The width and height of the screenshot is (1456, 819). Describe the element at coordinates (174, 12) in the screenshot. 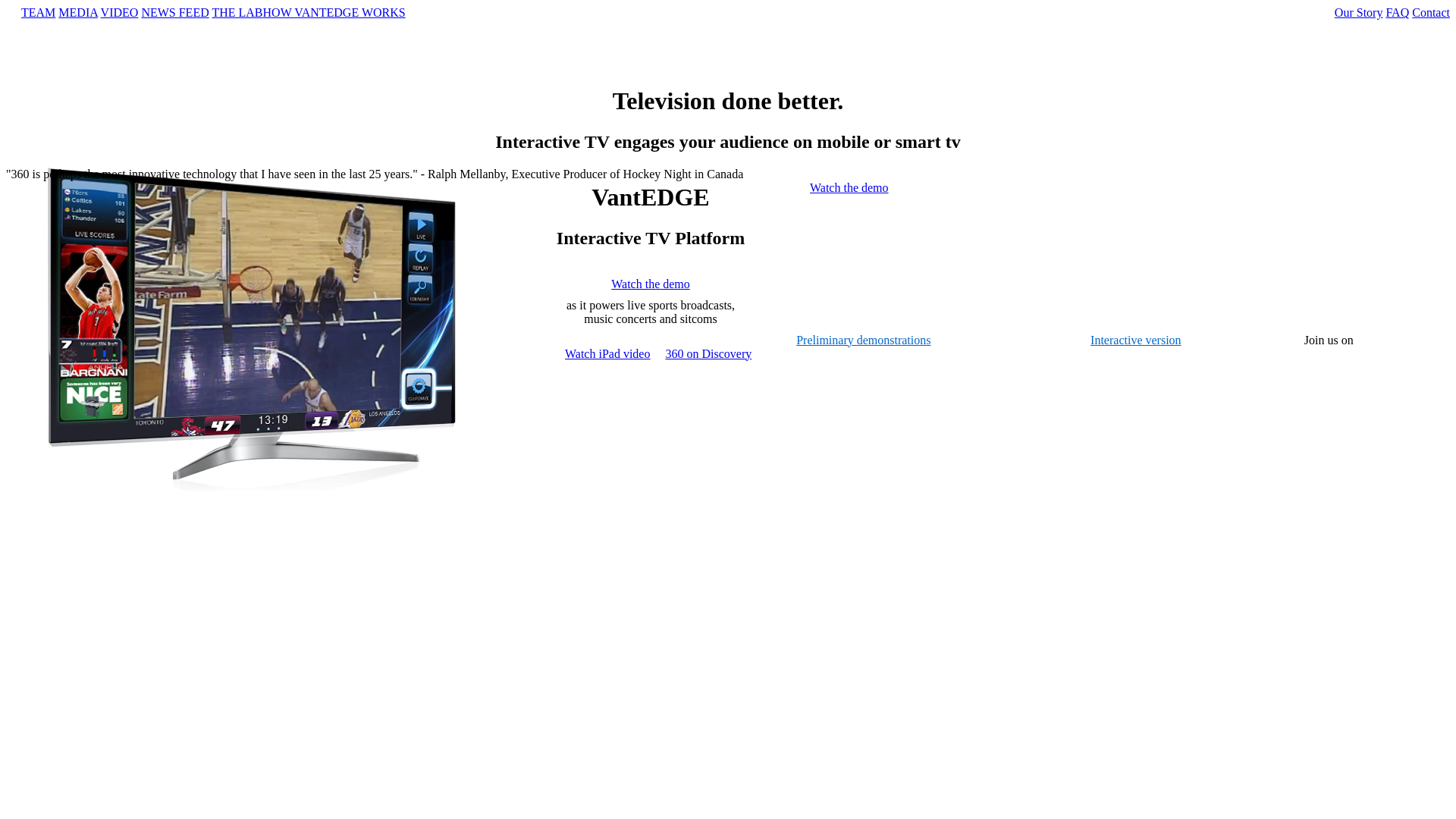

I see `'NEWS FEED'` at that location.